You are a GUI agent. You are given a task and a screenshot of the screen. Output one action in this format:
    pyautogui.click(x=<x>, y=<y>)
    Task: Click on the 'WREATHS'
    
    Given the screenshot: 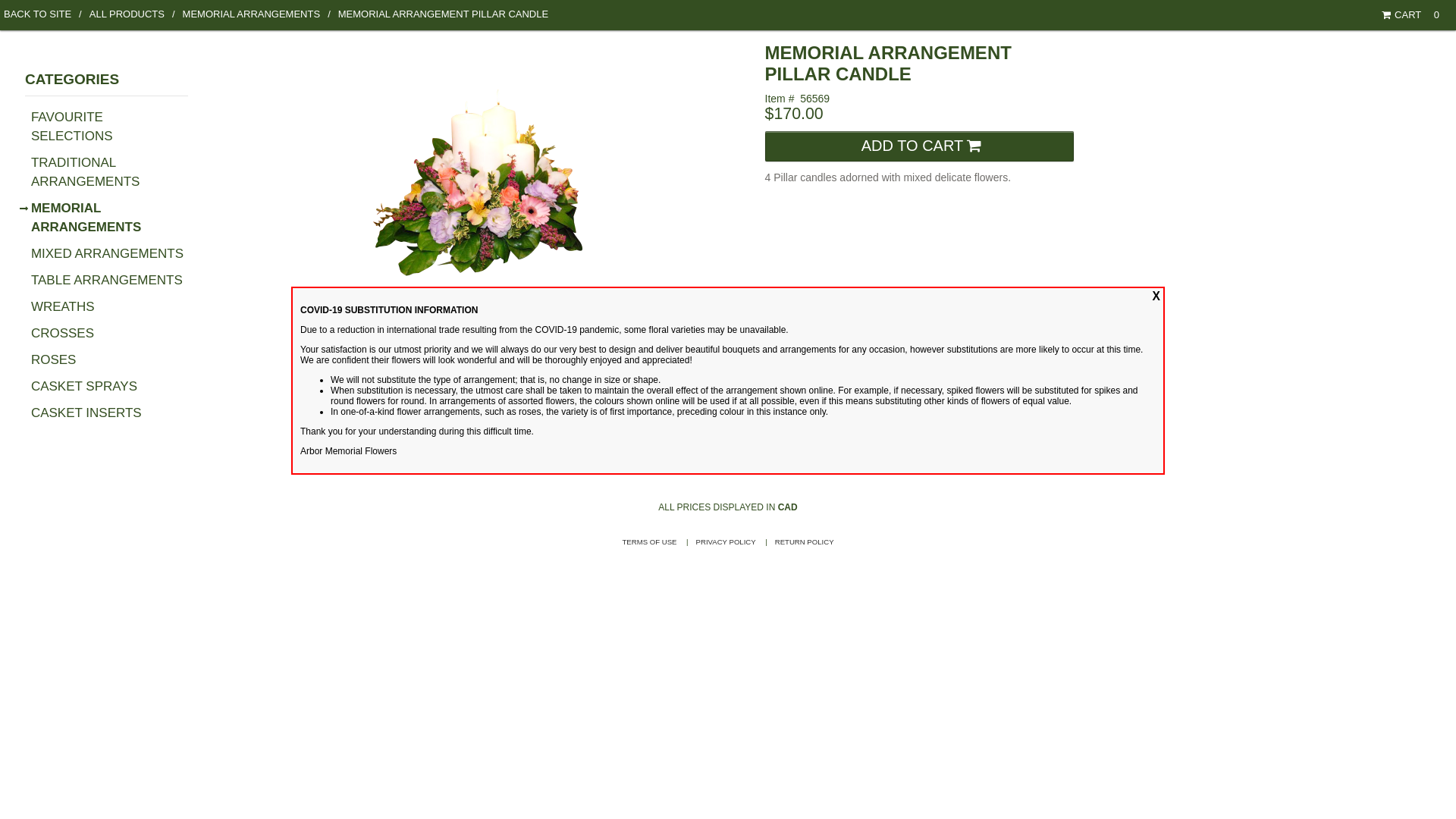 What is the action you would take?
    pyautogui.click(x=61, y=306)
    